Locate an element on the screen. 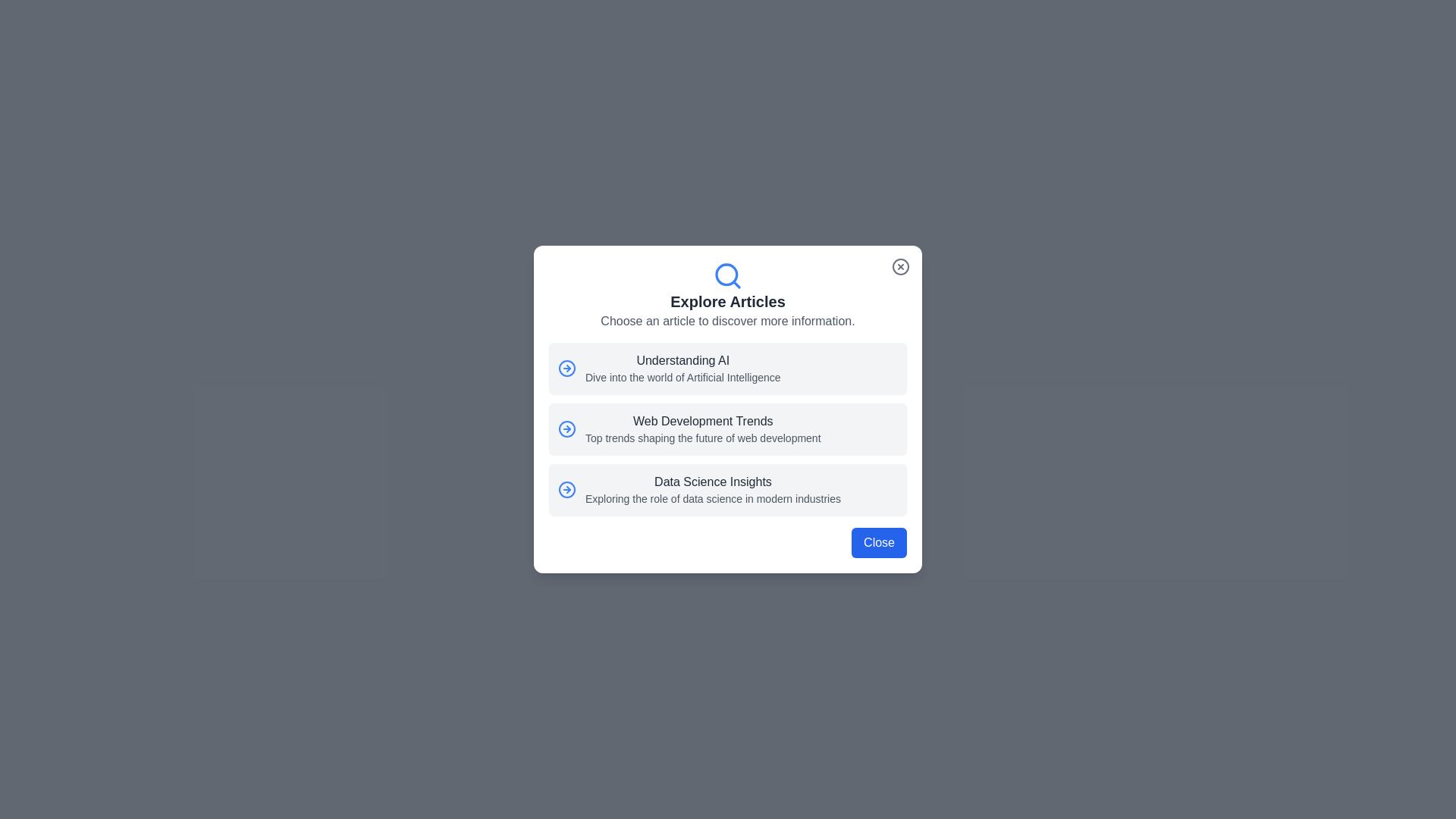 The image size is (1456, 819). the article titled Understanding AI from the list is located at coordinates (728, 369).